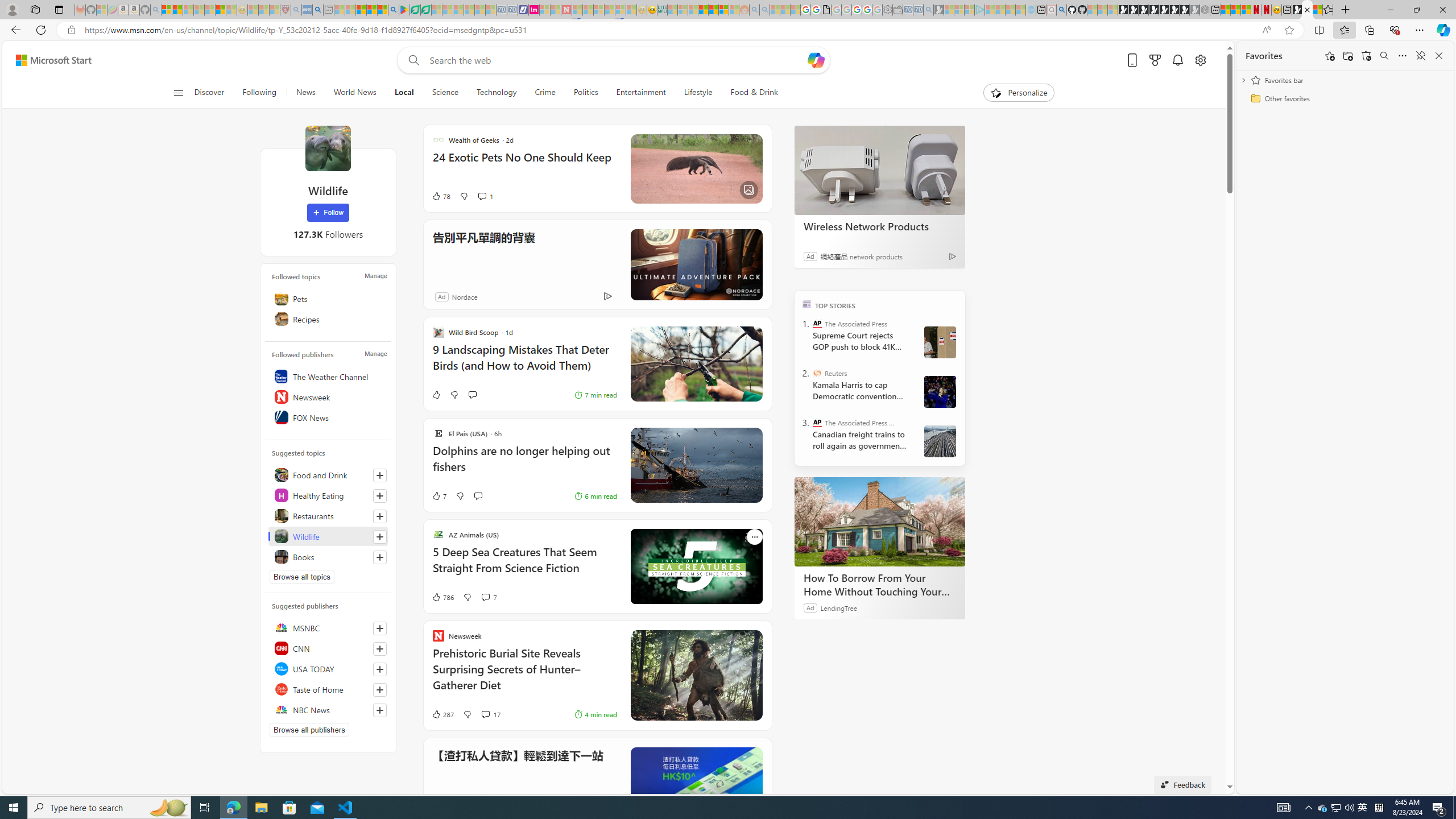  Describe the element at coordinates (816, 422) in the screenshot. I see `'The Associated Press - Business News'` at that location.